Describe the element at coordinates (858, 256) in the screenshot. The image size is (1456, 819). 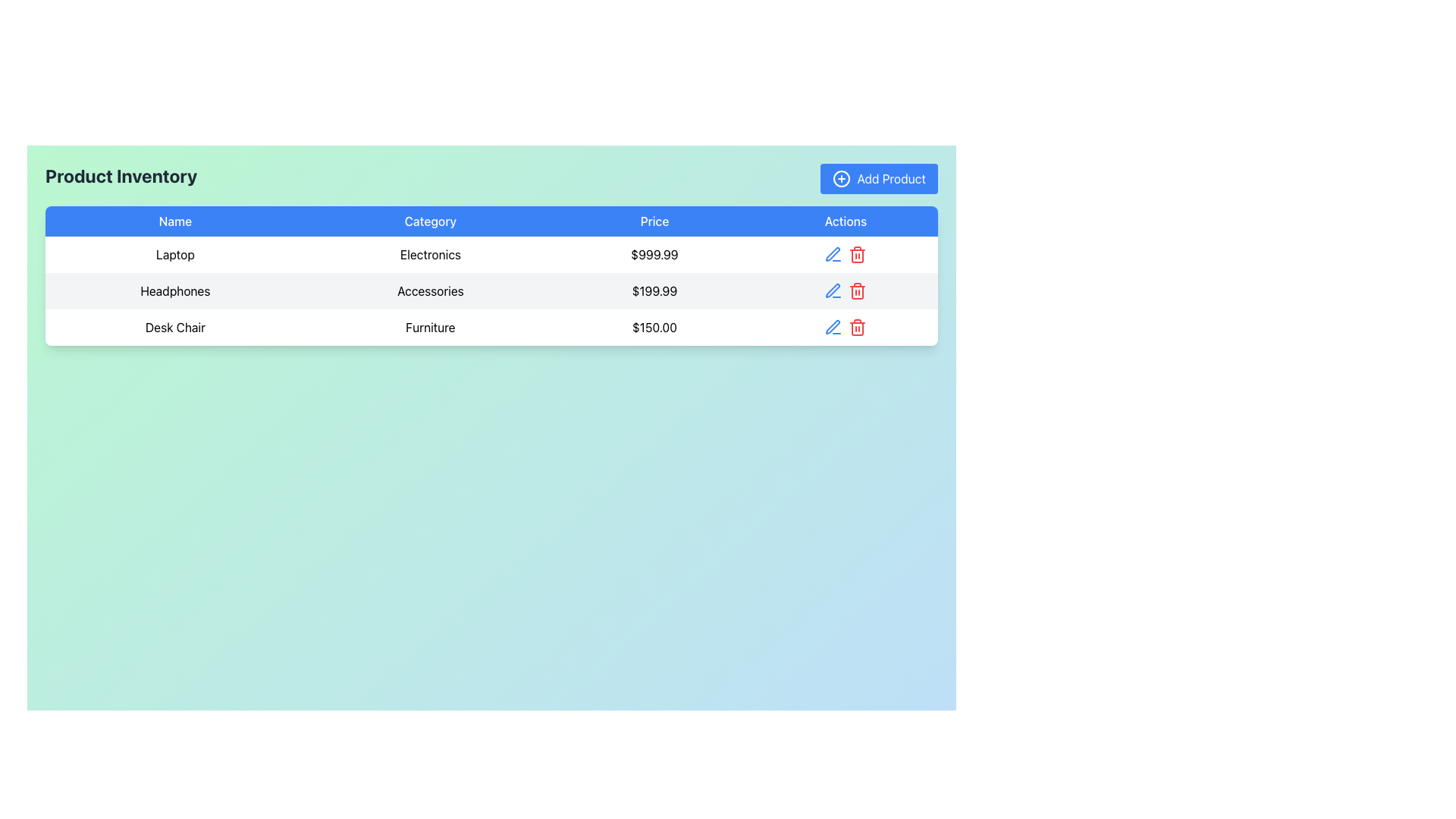
I see `the trash bin icon in the 'Actions' column of the table for the product 'Headphones'` at that location.